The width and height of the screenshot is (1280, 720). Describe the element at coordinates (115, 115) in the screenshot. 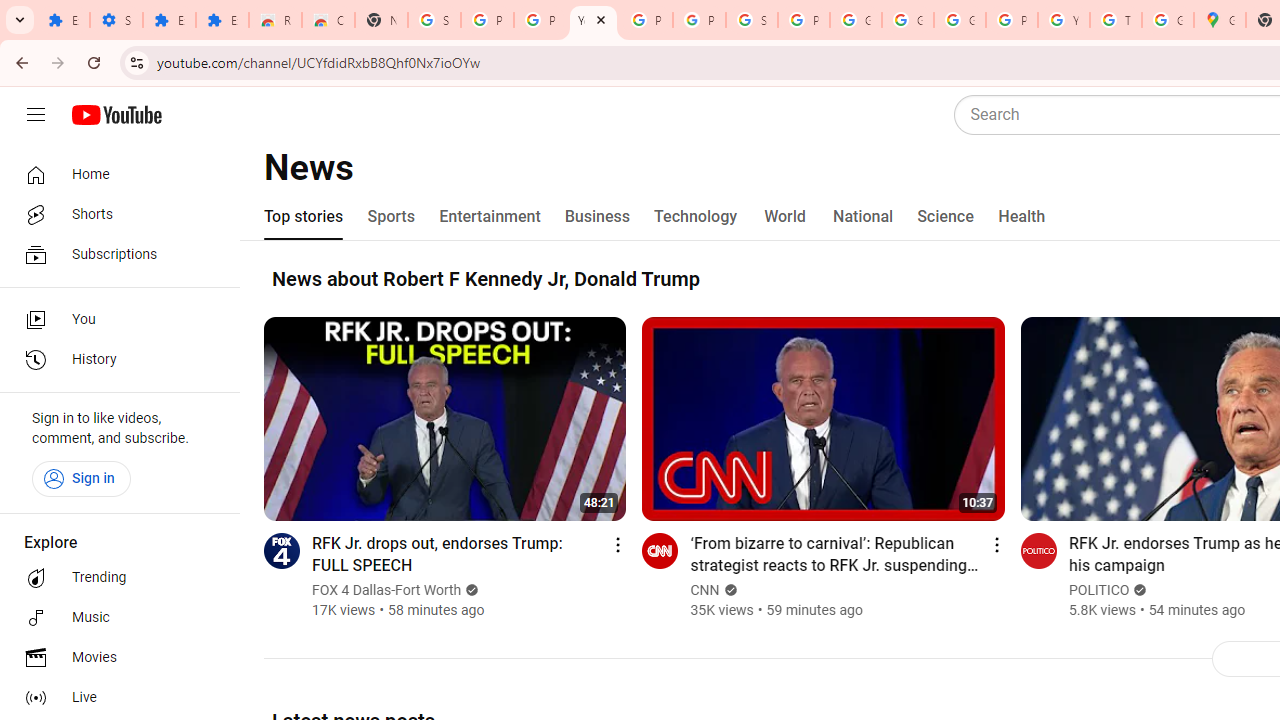

I see `'YouTube Home'` at that location.